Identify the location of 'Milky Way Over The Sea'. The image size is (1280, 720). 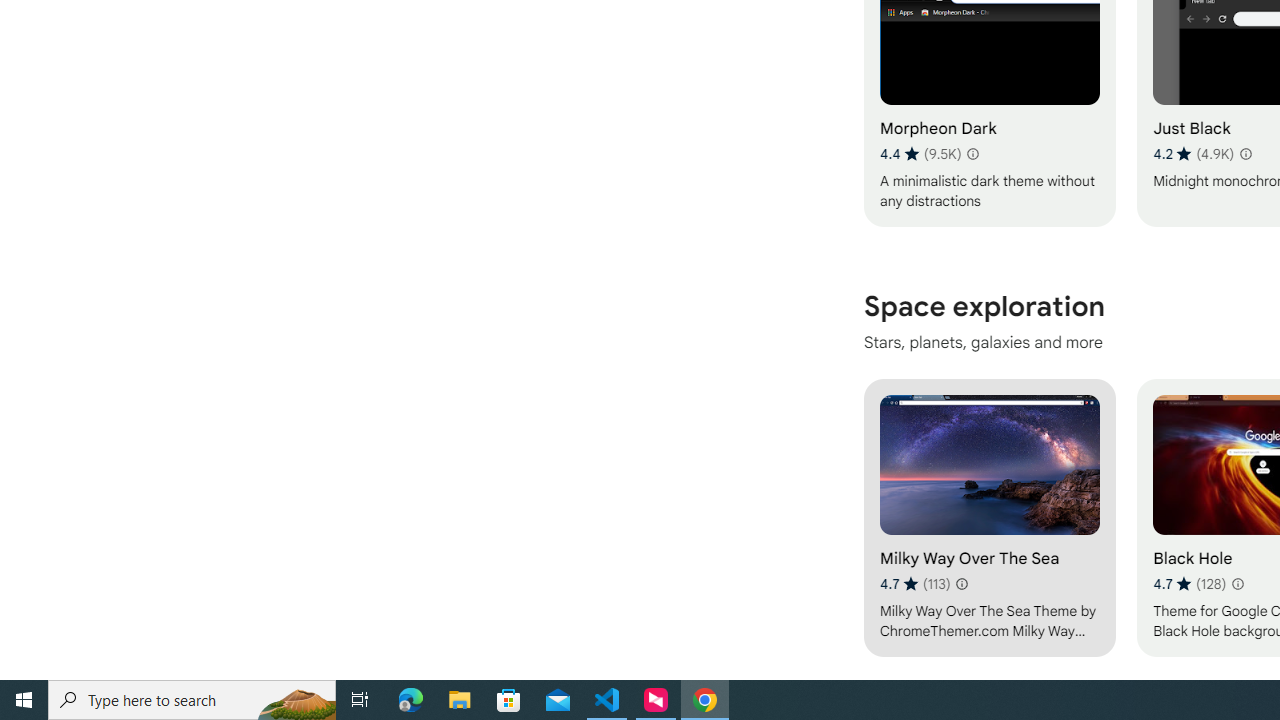
(989, 516).